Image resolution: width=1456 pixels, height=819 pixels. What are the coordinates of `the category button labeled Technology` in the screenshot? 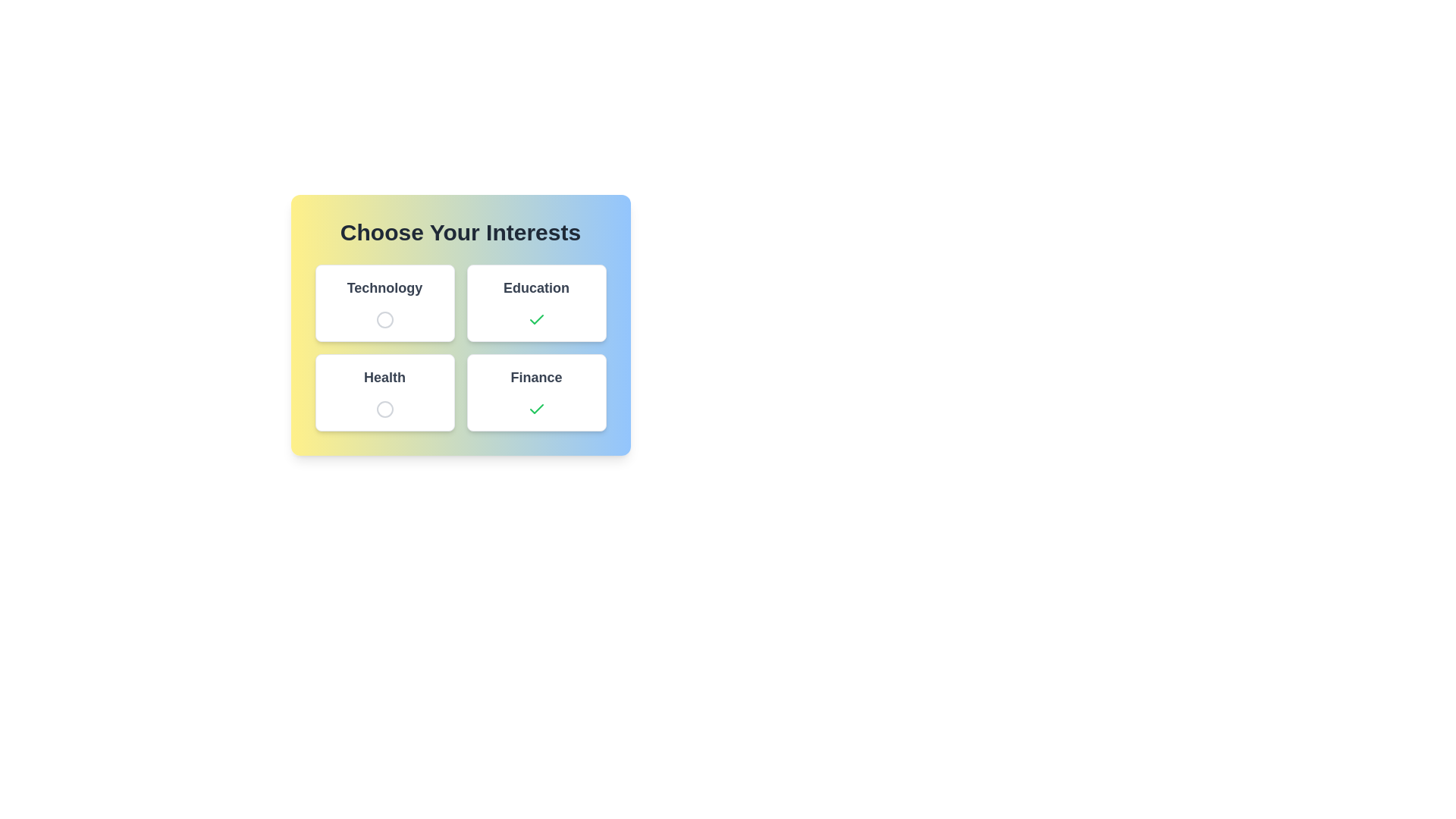 It's located at (384, 303).